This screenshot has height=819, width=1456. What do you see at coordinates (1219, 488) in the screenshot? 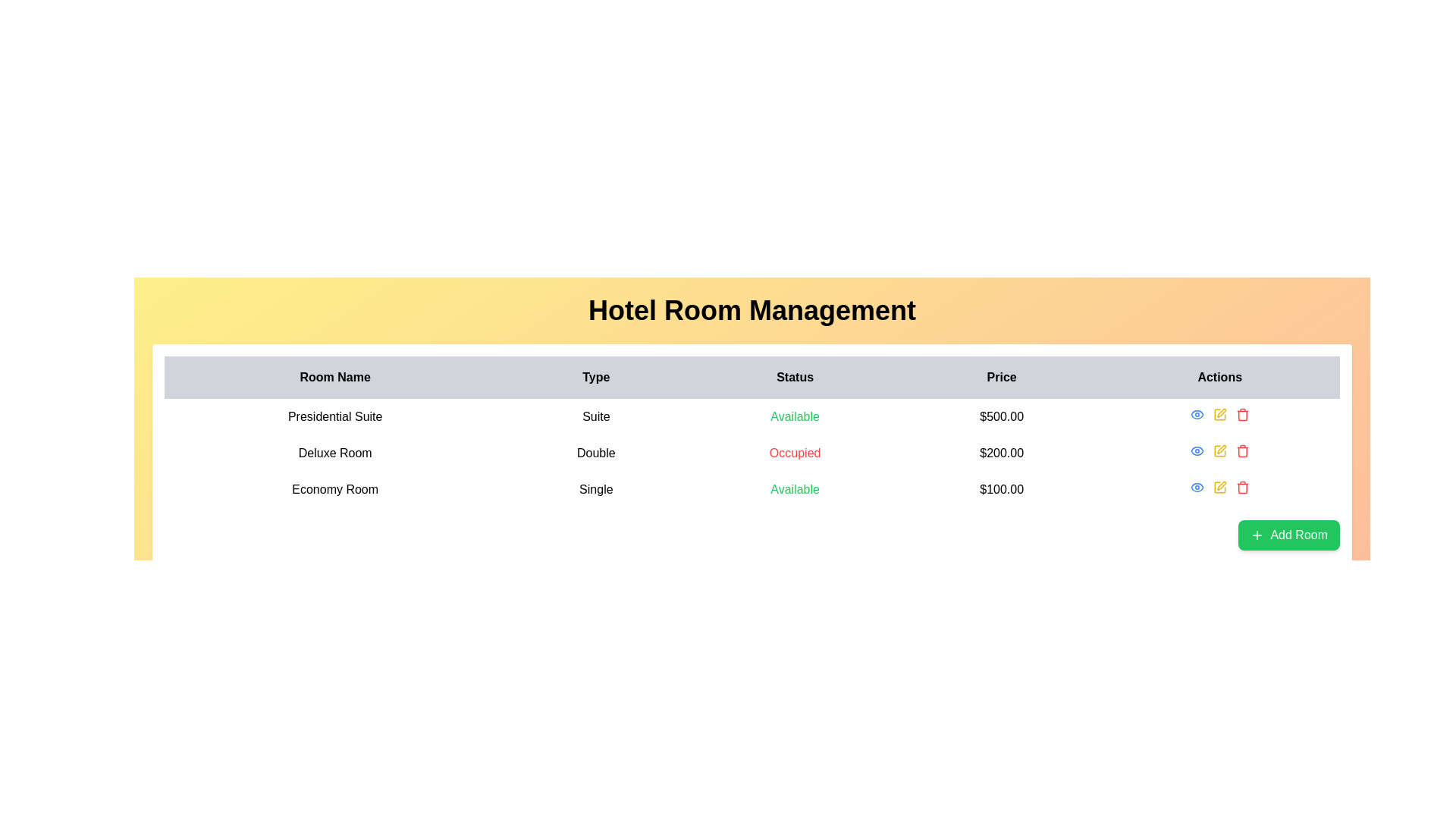
I see `the edit icon located in the 'Actions' column of the table row for 'Economy Room', which is the second icon from the left` at bounding box center [1219, 488].